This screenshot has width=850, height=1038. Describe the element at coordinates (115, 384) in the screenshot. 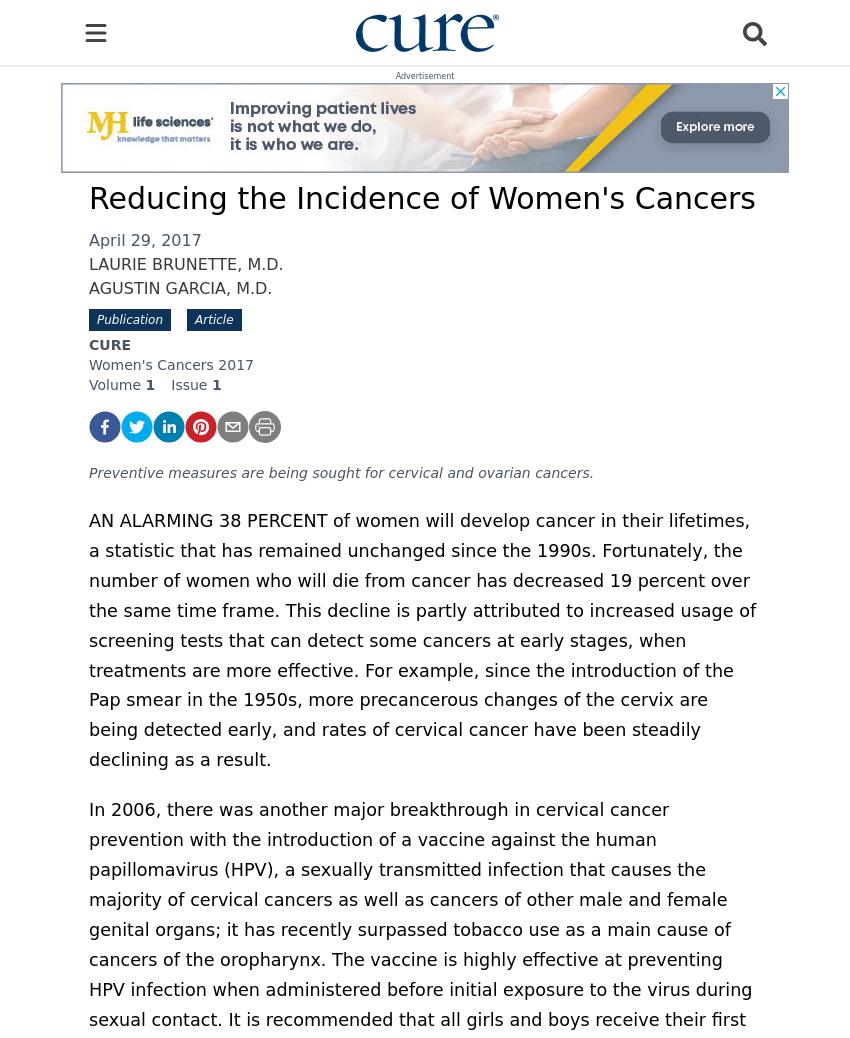

I see `'Volume'` at that location.